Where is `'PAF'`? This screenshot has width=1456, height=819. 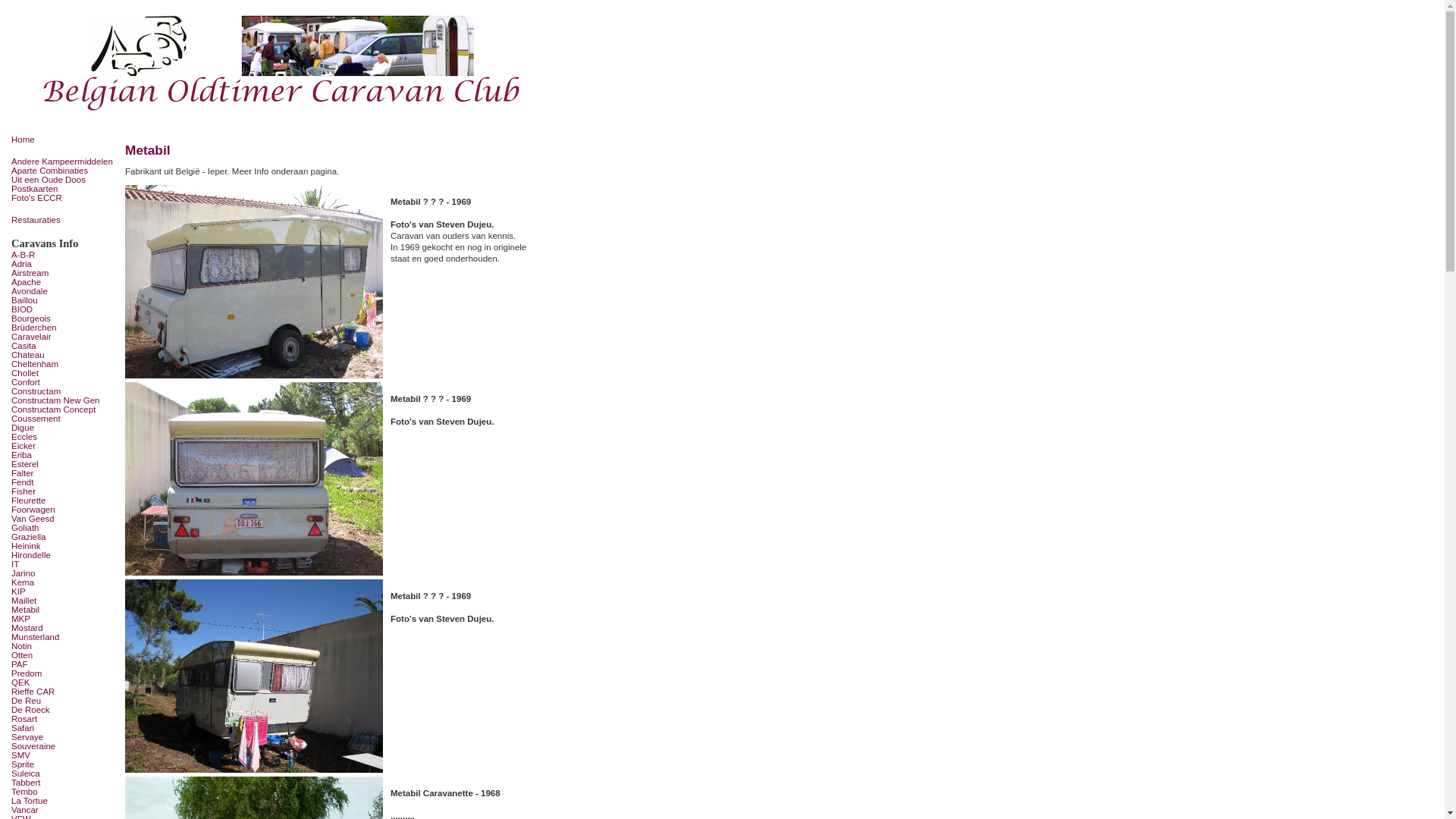
'PAF' is located at coordinates (64, 663).